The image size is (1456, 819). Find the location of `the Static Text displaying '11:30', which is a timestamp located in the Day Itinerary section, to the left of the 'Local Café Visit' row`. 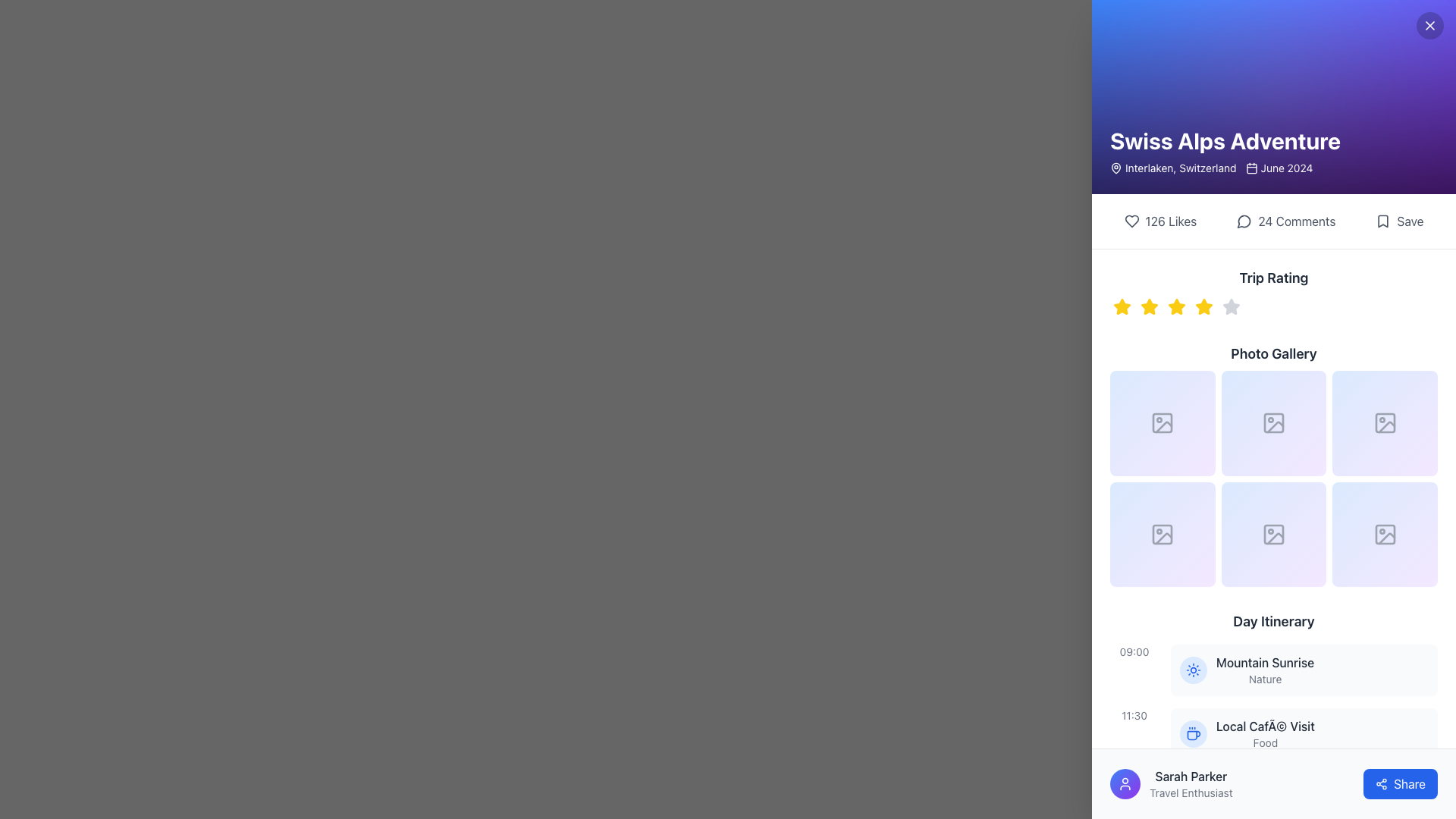

the Static Text displaying '11:30', which is a timestamp located in the Day Itinerary section, to the left of the 'Local Café Visit' row is located at coordinates (1134, 716).